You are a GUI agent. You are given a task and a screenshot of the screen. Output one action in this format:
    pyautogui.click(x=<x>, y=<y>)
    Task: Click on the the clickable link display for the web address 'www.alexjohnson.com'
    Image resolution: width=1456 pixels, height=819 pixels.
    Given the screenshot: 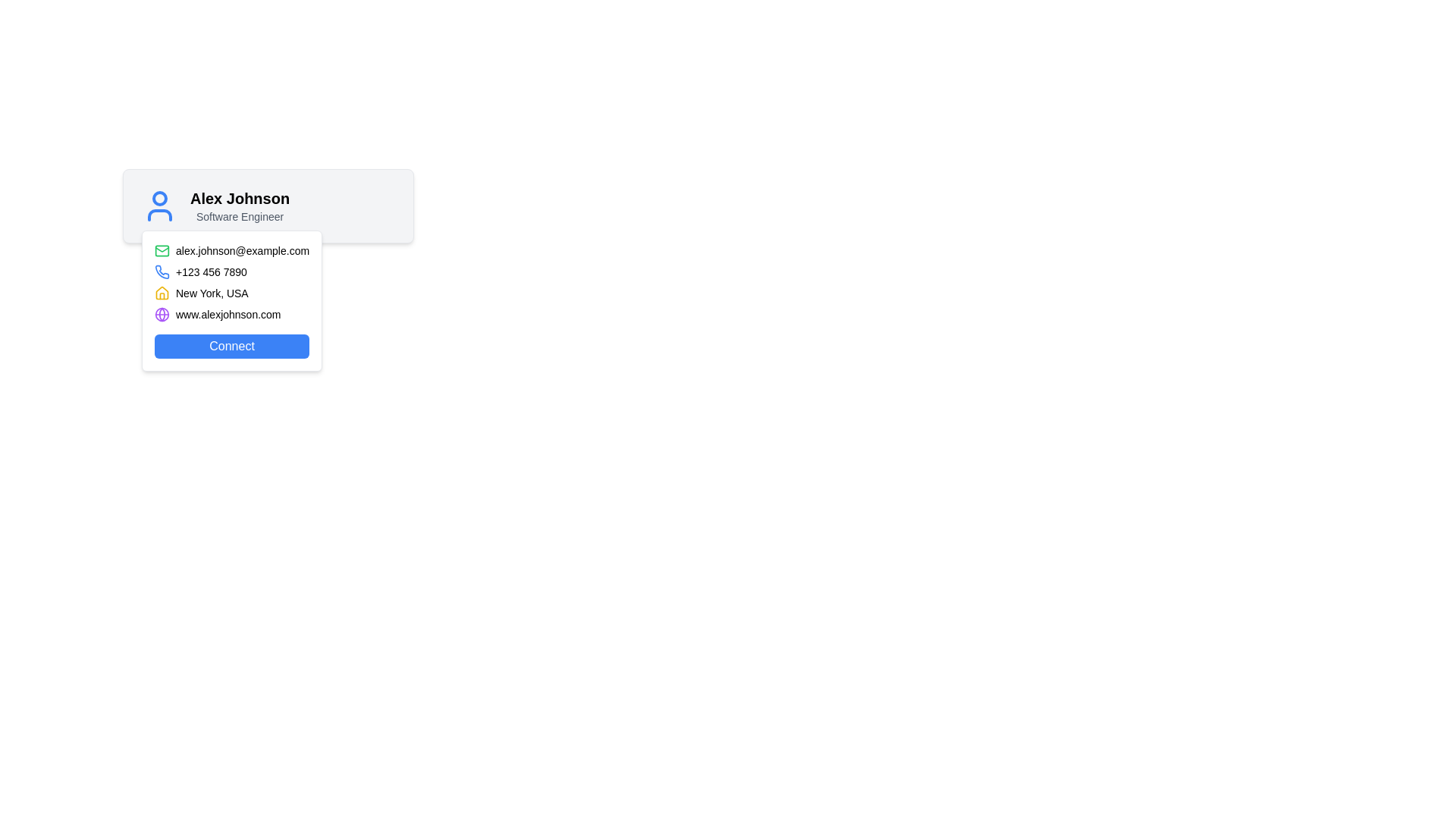 What is the action you would take?
    pyautogui.click(x=231, y=314)
    